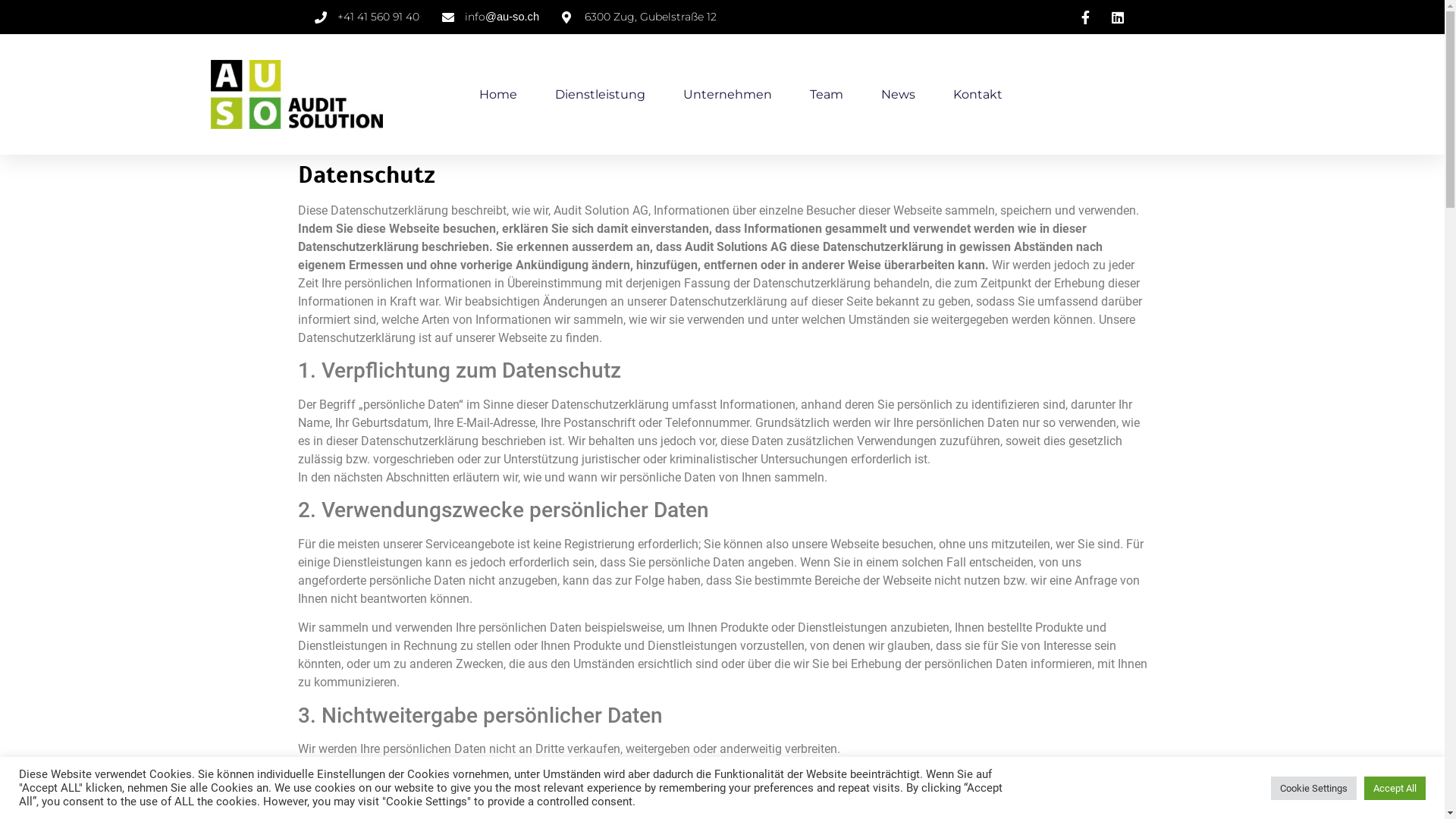  I want to click on 'Team', so click(825, 94).